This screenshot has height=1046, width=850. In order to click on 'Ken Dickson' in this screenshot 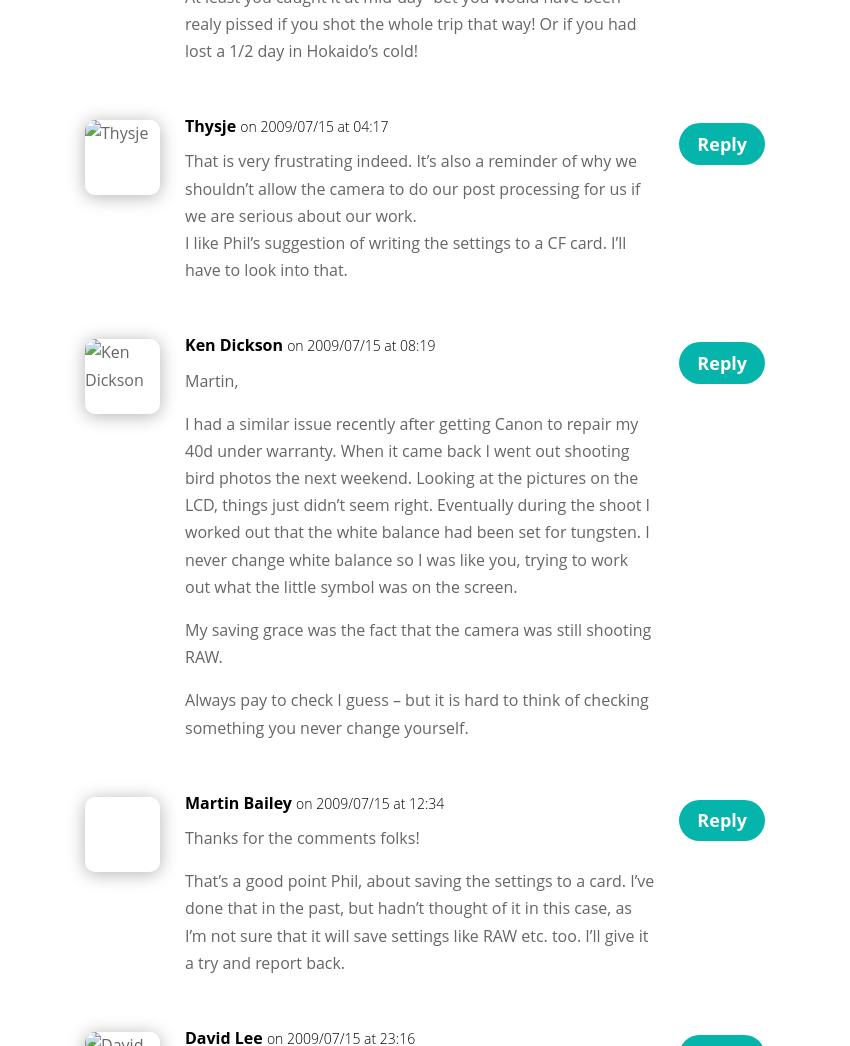, I will do `click(234, 343)`.